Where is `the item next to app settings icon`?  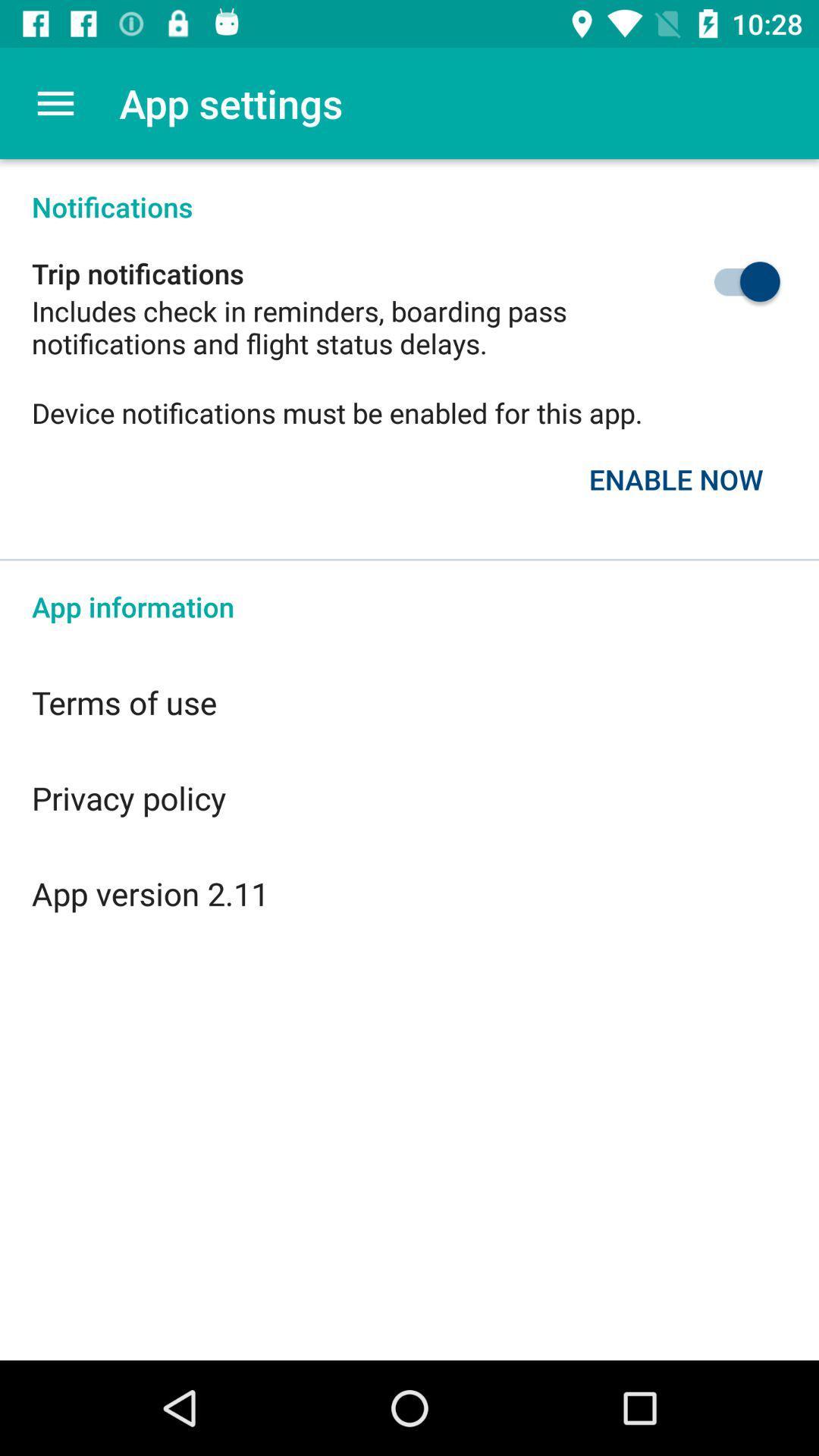
the item next to app settings icon is located at coordinates (55, 102).